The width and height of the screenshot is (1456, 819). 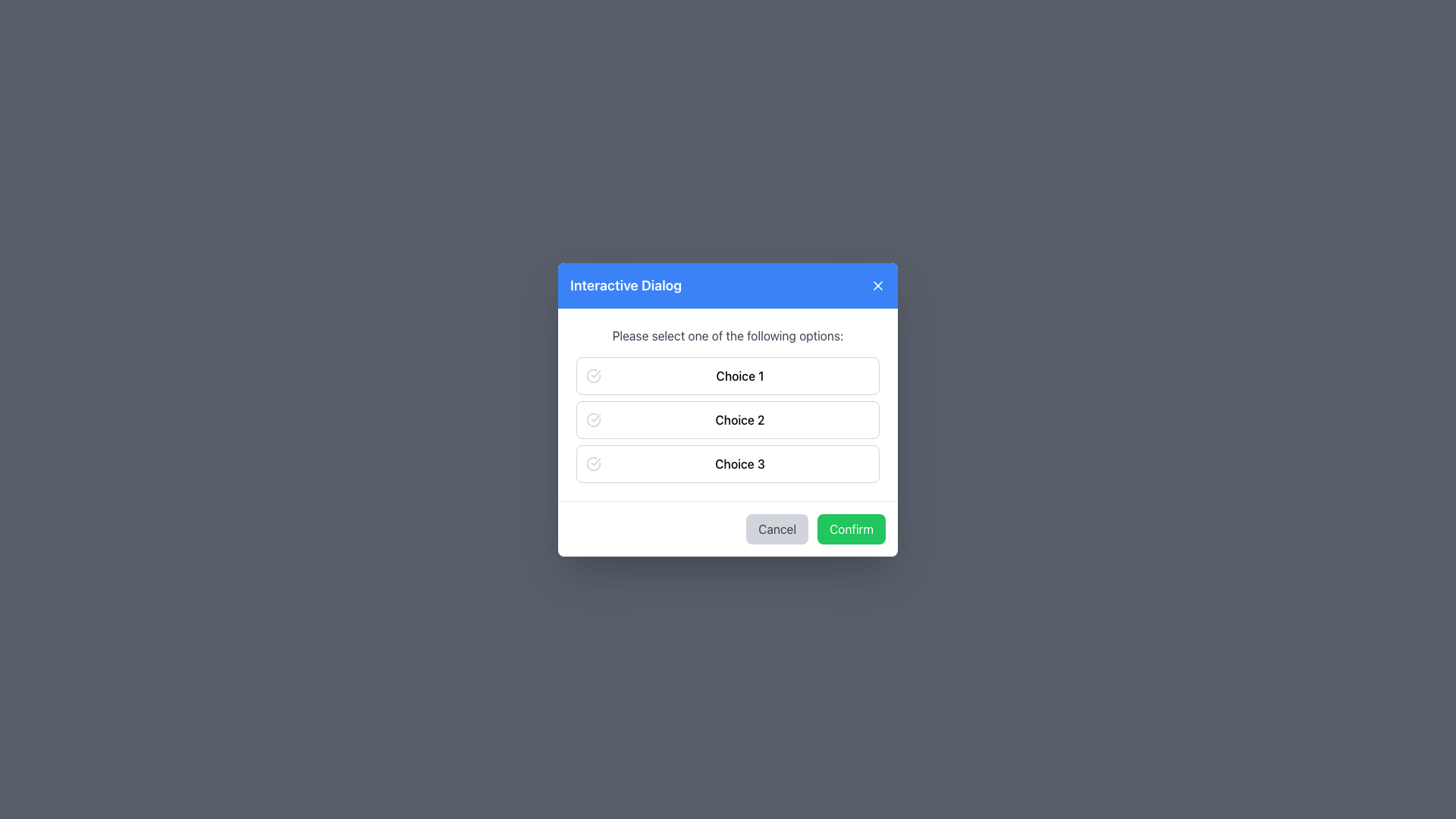 I want to click on the circular SVG graphic element that represents the first option (Choice 1) in the list of selectable options, located adjacent to the text label, so click(x=592, y=375).